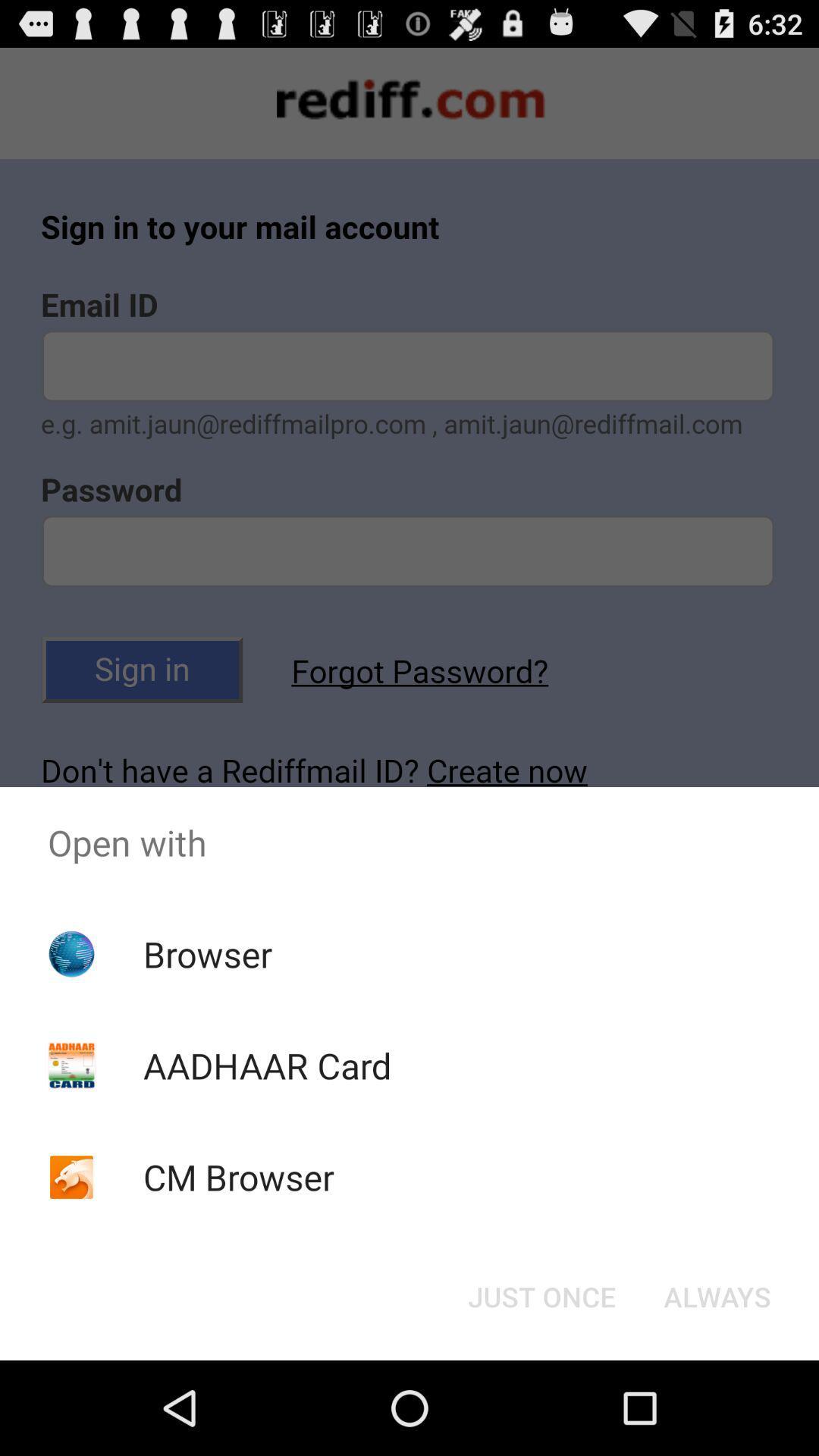  What do you see at coordinates (717, 1295) in the screenshot?
I see `the icon below open with item` at bounding box center [717, 1295].